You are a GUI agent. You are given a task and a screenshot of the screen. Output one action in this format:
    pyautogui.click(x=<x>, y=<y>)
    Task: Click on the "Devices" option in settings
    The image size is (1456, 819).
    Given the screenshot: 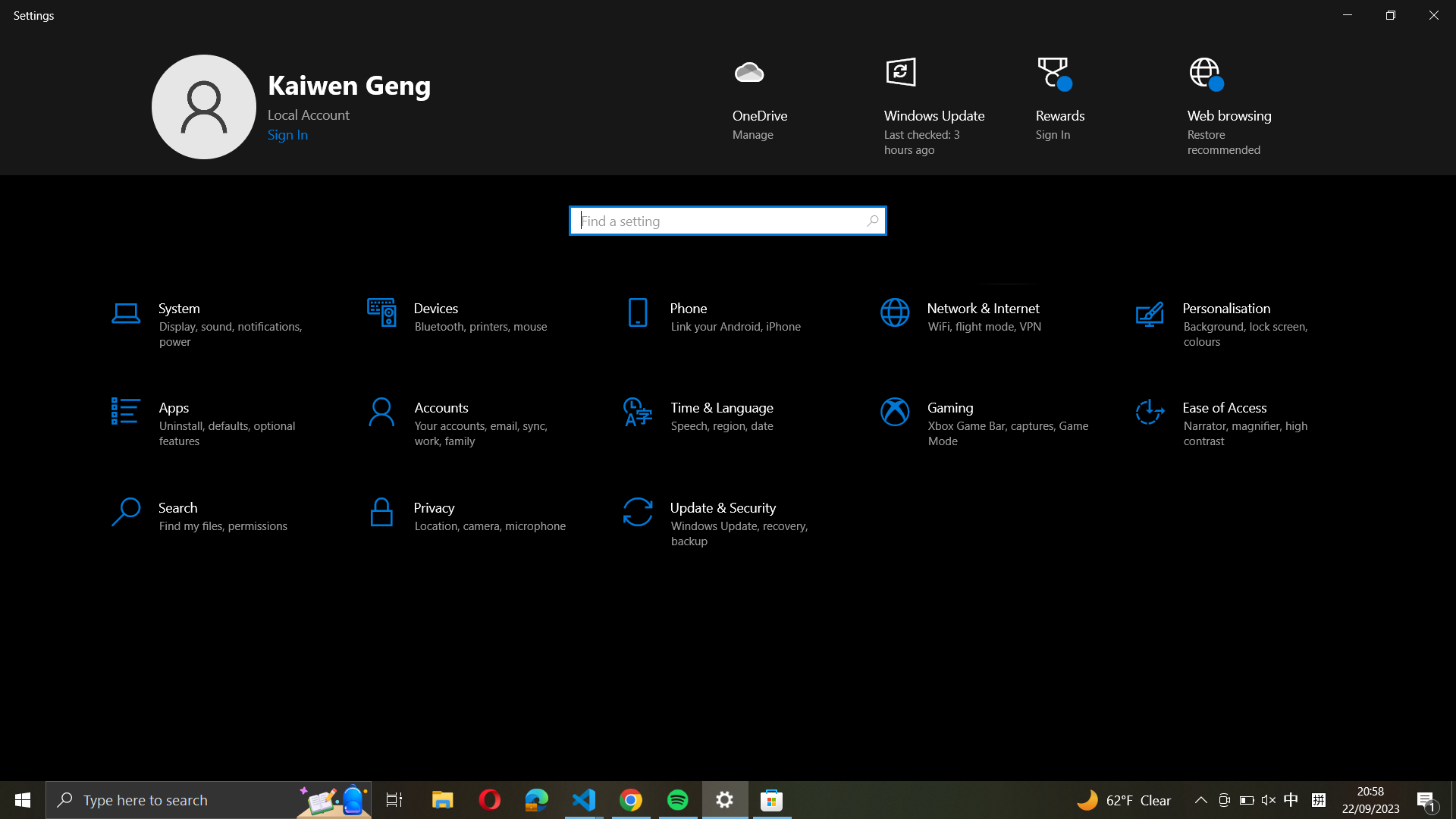 What is the action you would take?
    pyautogui.click(x=469, y=325)
    